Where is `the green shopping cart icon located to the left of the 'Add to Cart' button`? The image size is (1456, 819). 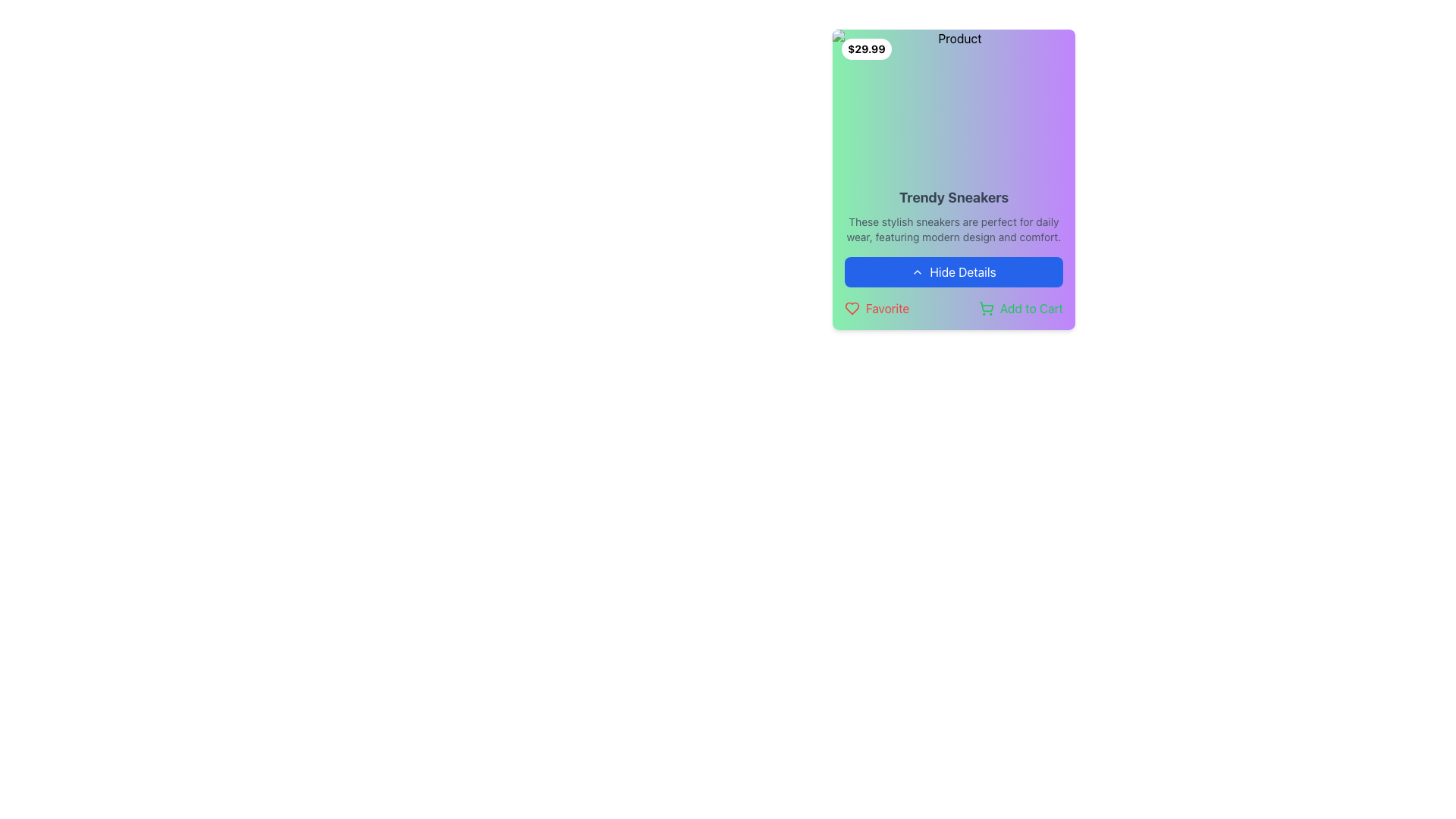
the green shopping cart icon located to the left of the 'Add to Cart' button is located at coordinates (986, 308).